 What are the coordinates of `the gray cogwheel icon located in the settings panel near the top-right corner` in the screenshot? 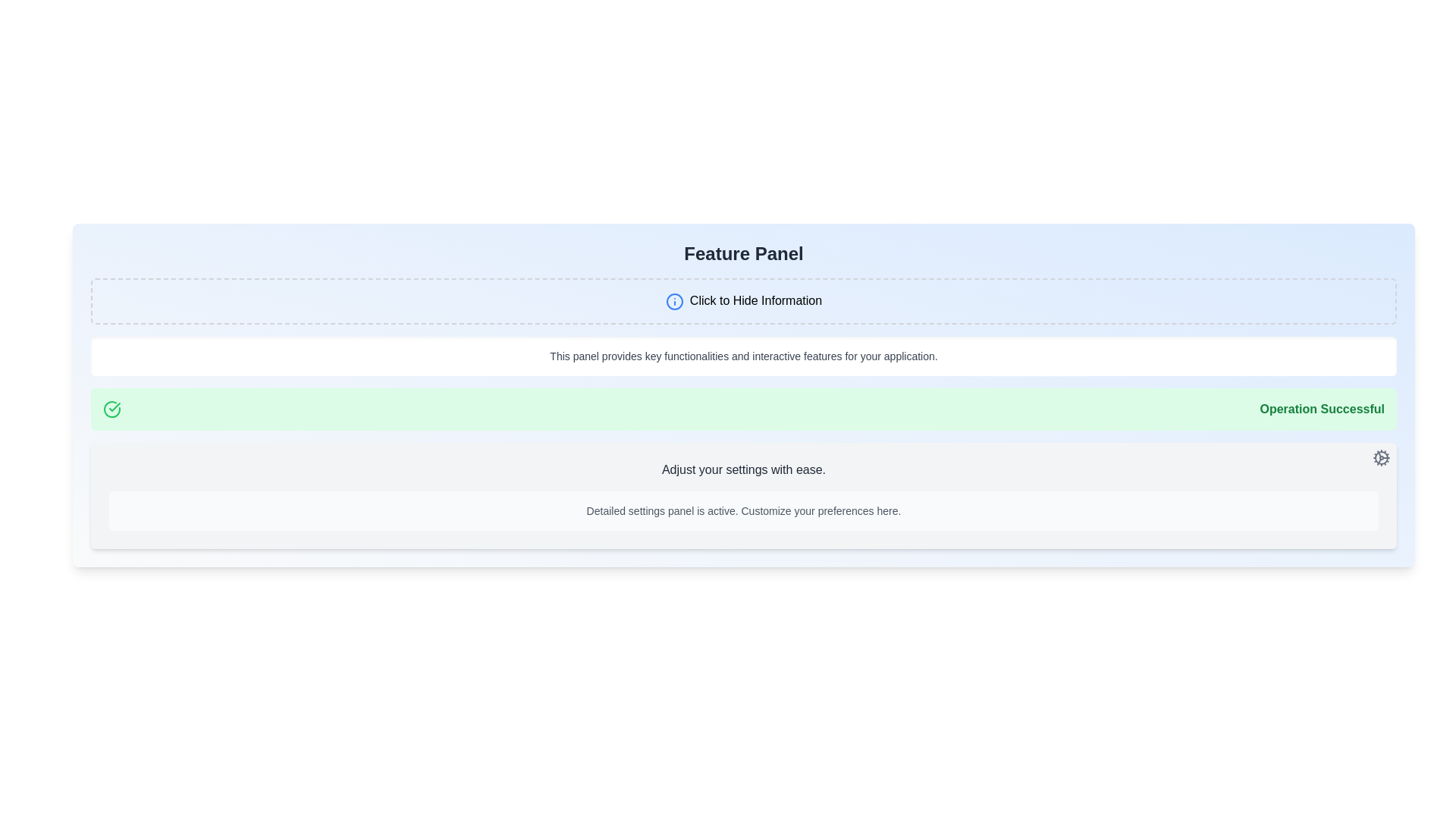 It's located at (1382, 456).